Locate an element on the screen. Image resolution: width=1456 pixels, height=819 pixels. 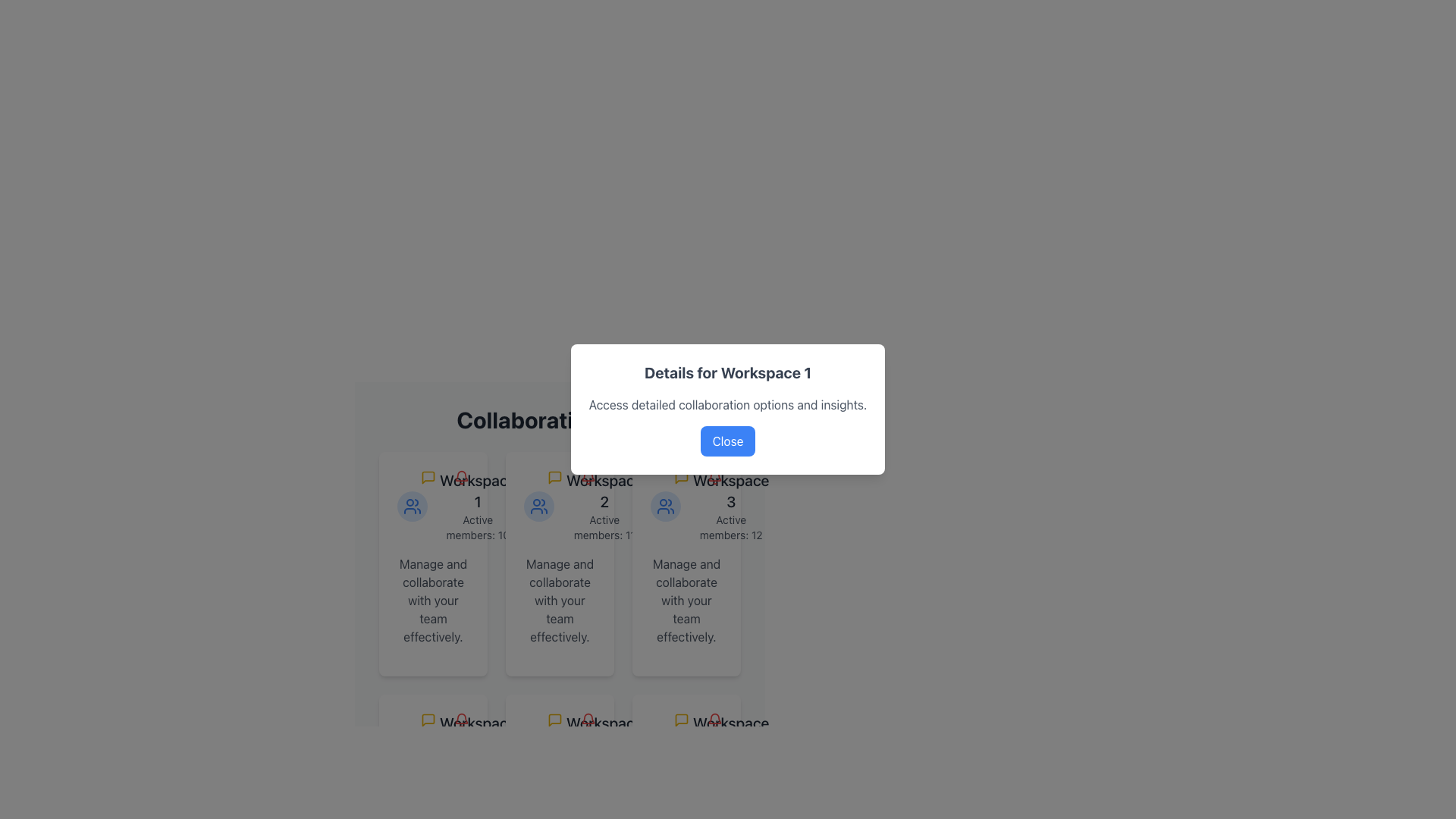
the blue circular icon representing two abstract human figures located in the middle column of the first row in the grid layout of cards, specifically in 'Workspace 2' is located at coordinates (538, 506).